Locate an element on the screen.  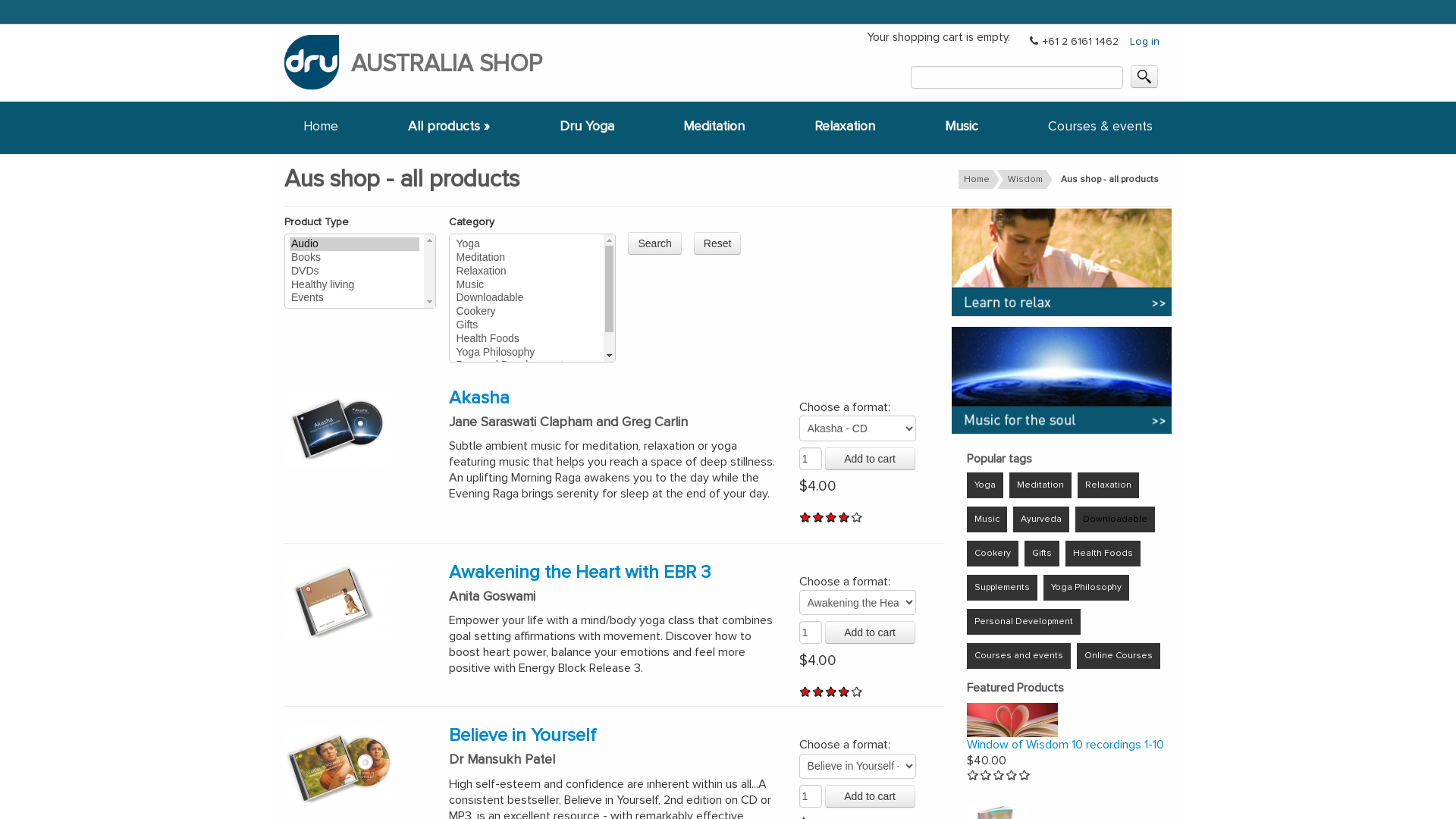
'Give Akasha 3/5' is located at coordinates (824, 516).